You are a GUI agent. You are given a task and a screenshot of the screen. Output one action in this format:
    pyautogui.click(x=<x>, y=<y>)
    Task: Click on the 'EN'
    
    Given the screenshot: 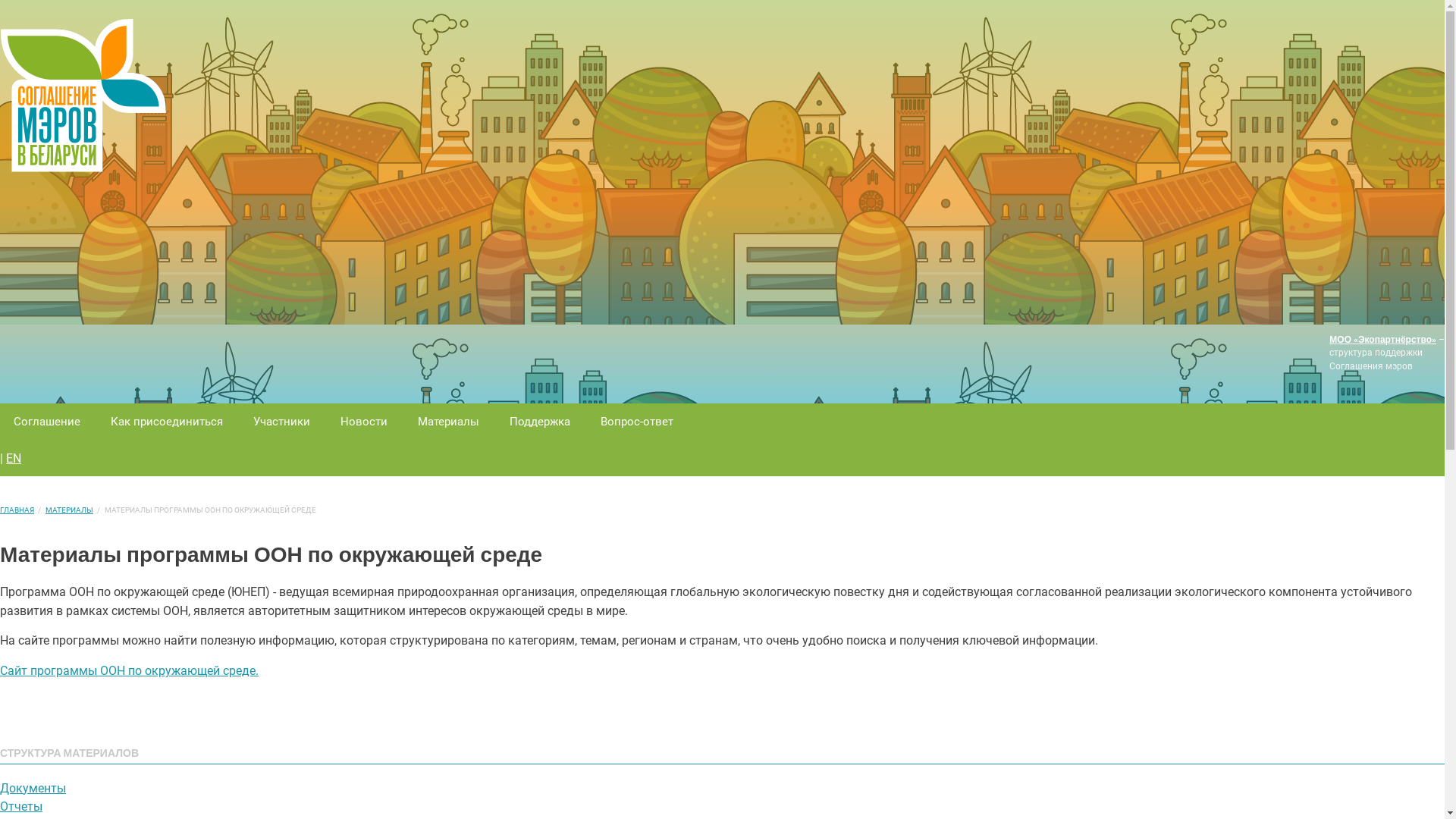 What is the action you would take?
    pyautogui.click(x=14, y=457)
    